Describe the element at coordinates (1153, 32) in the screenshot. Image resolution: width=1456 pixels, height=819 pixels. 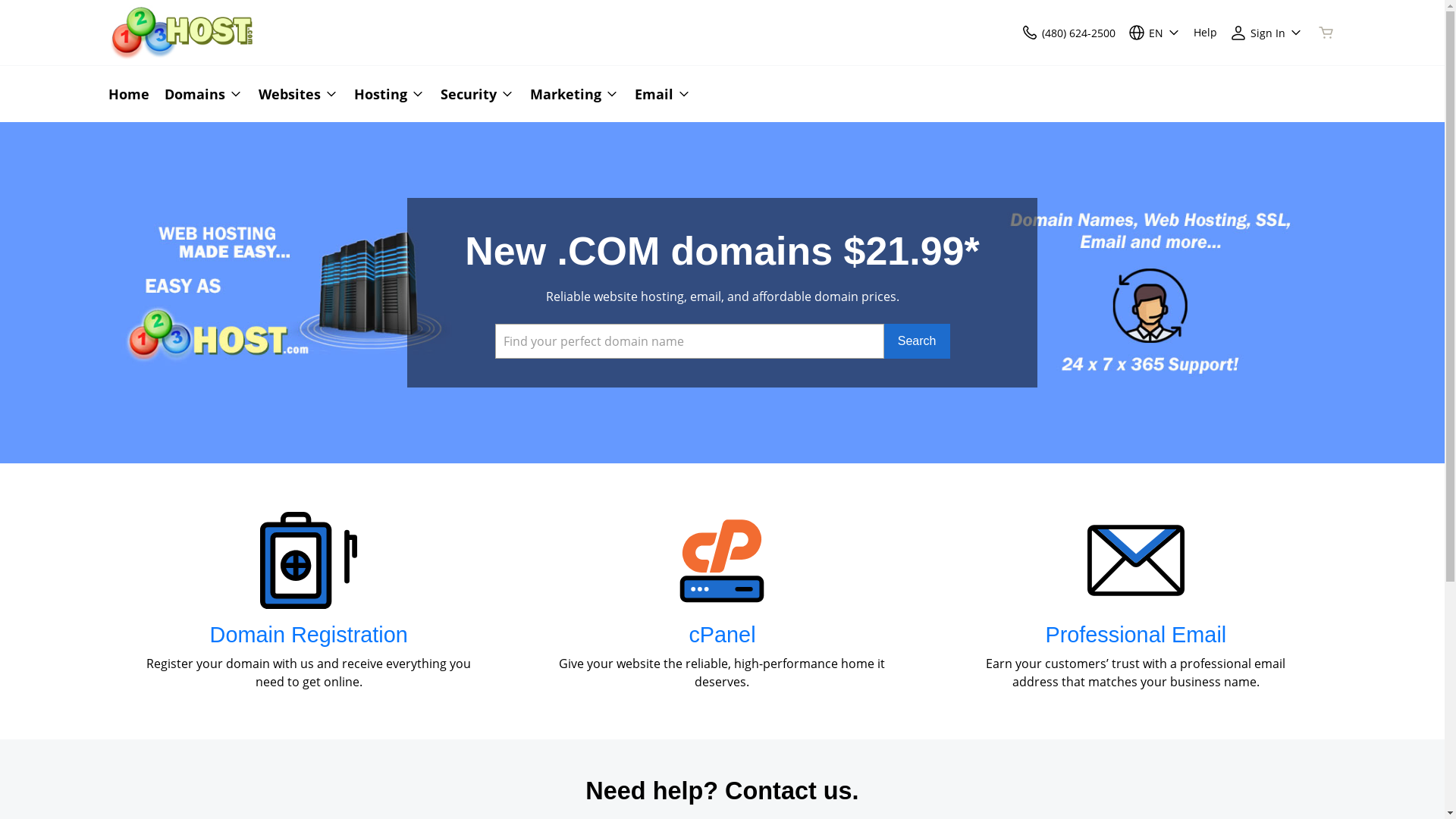
I see `'EN'` at that location.